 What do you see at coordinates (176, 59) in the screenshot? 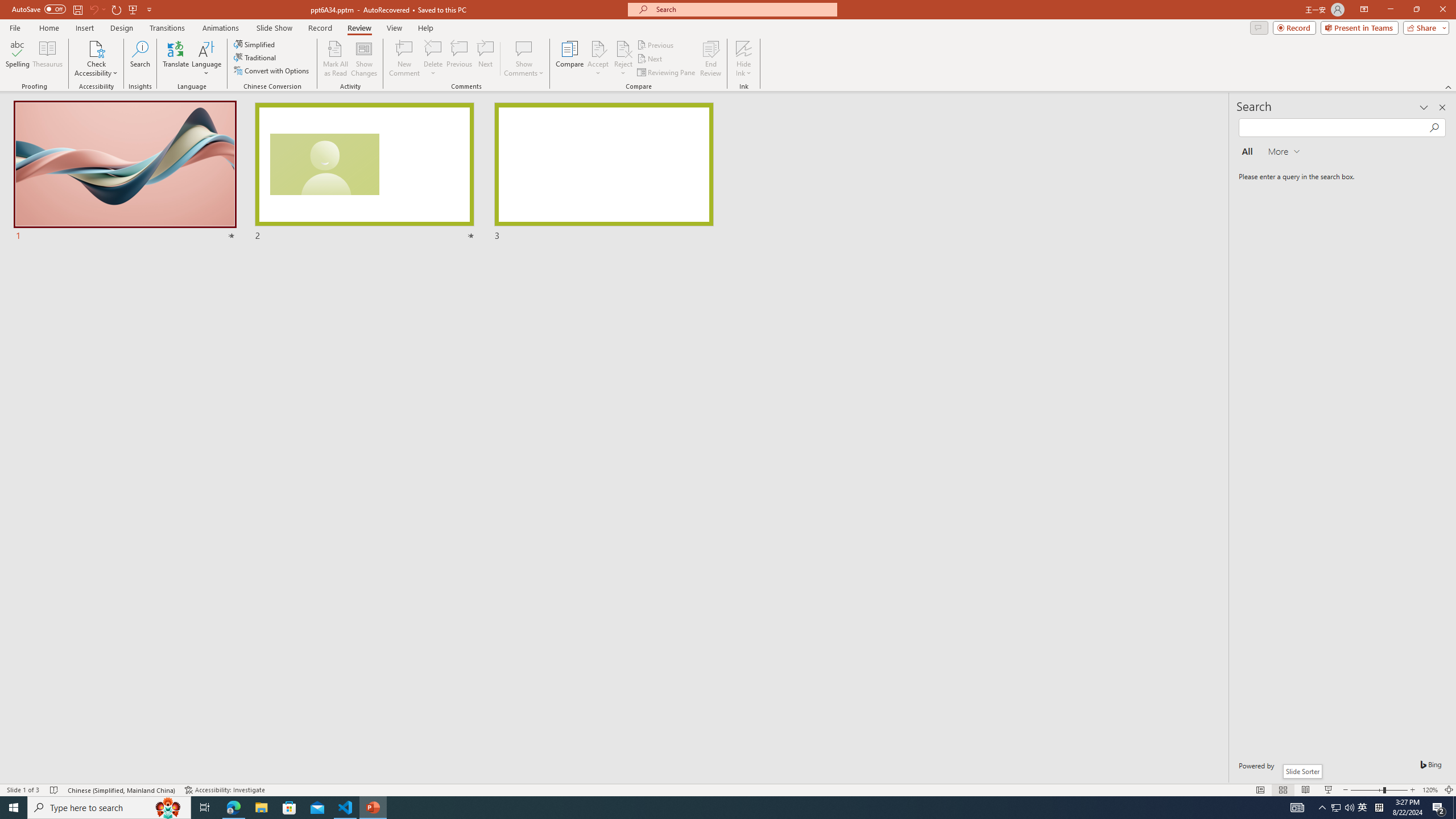
I see `'Translate'` at bounding box center [176, 59].